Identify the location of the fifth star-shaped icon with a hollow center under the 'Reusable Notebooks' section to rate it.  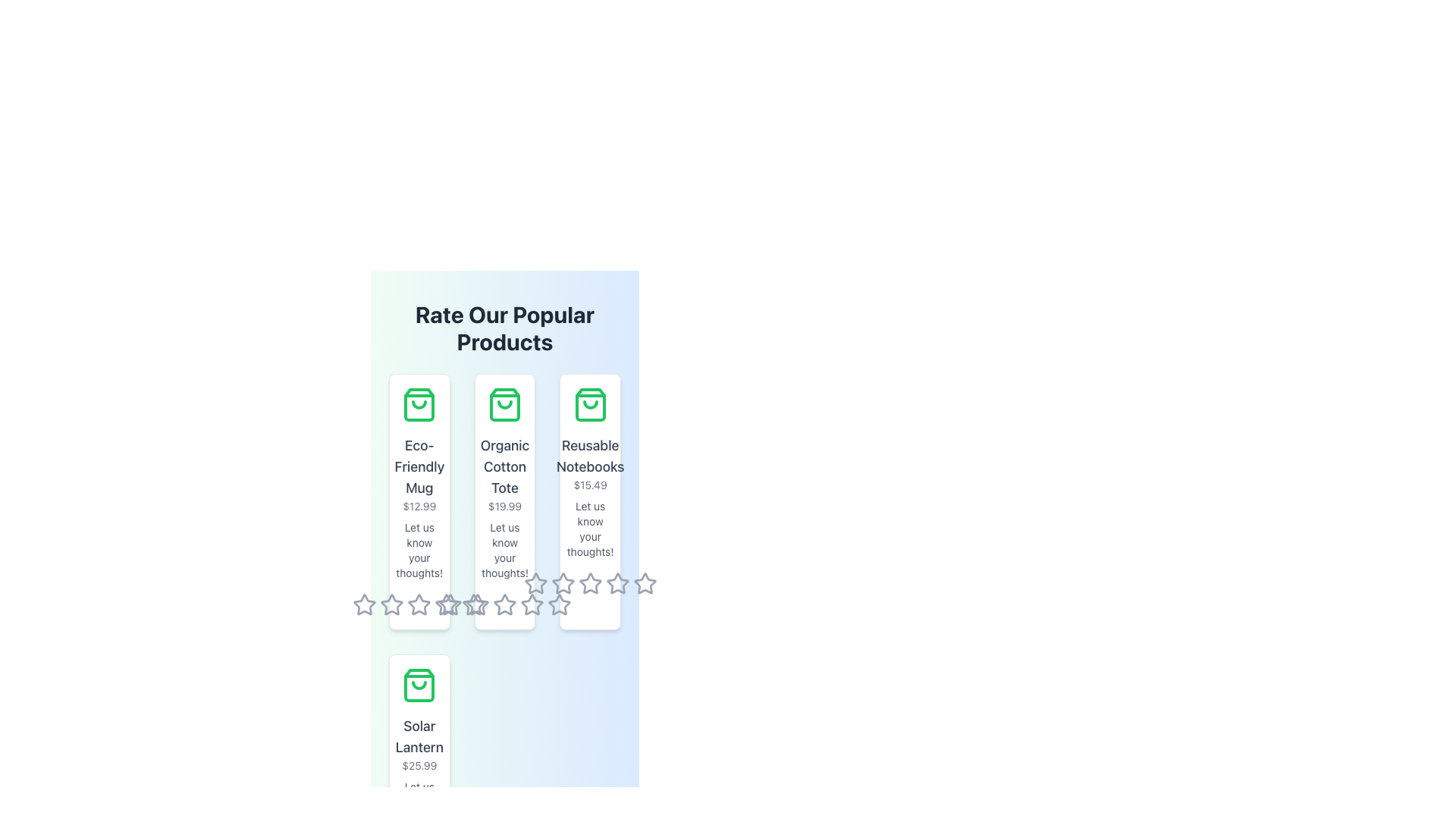
(617, 583).